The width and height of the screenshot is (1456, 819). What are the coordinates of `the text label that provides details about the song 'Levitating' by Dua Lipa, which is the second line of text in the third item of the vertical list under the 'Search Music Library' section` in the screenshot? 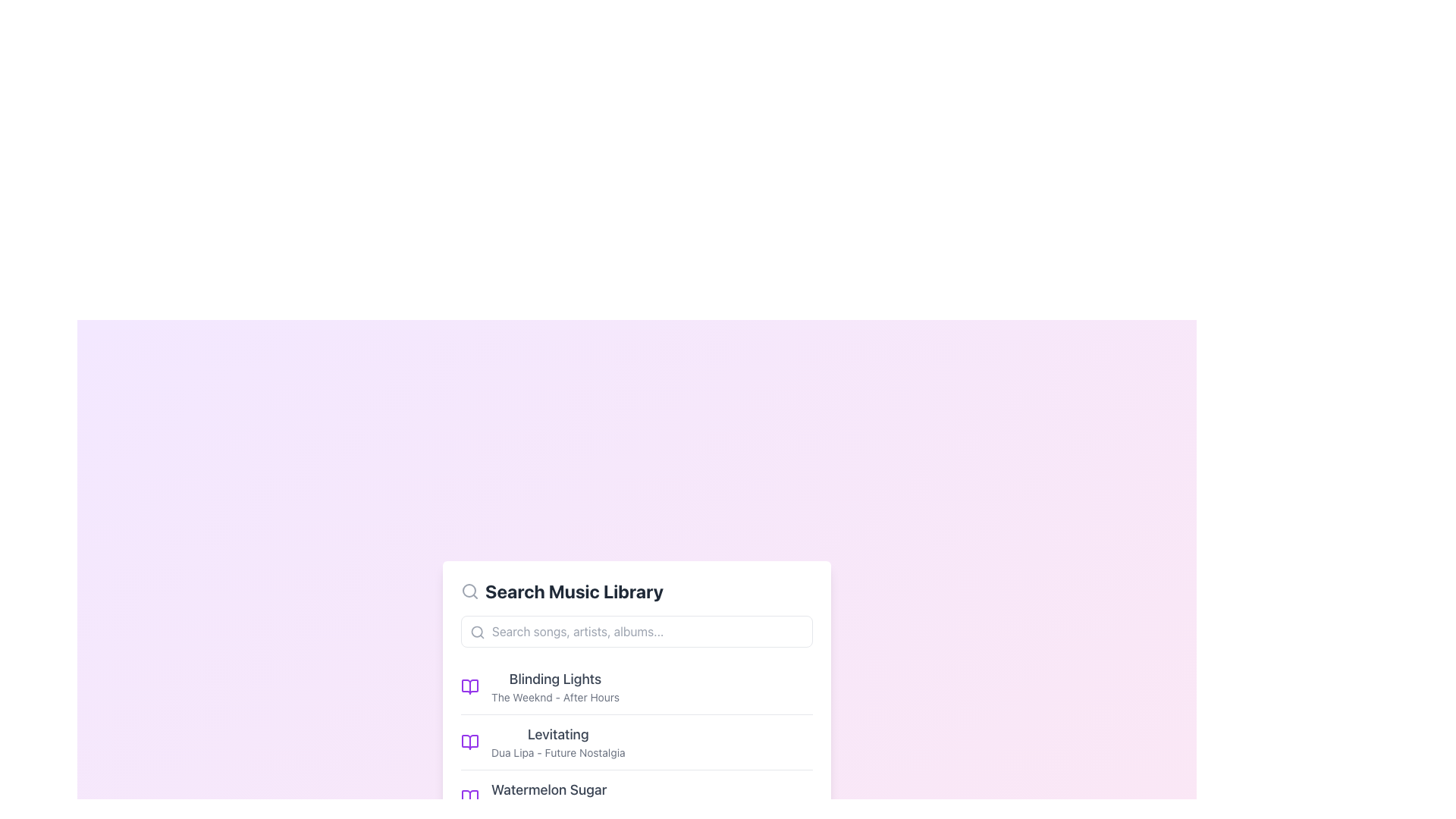 It's located at (557, 752).